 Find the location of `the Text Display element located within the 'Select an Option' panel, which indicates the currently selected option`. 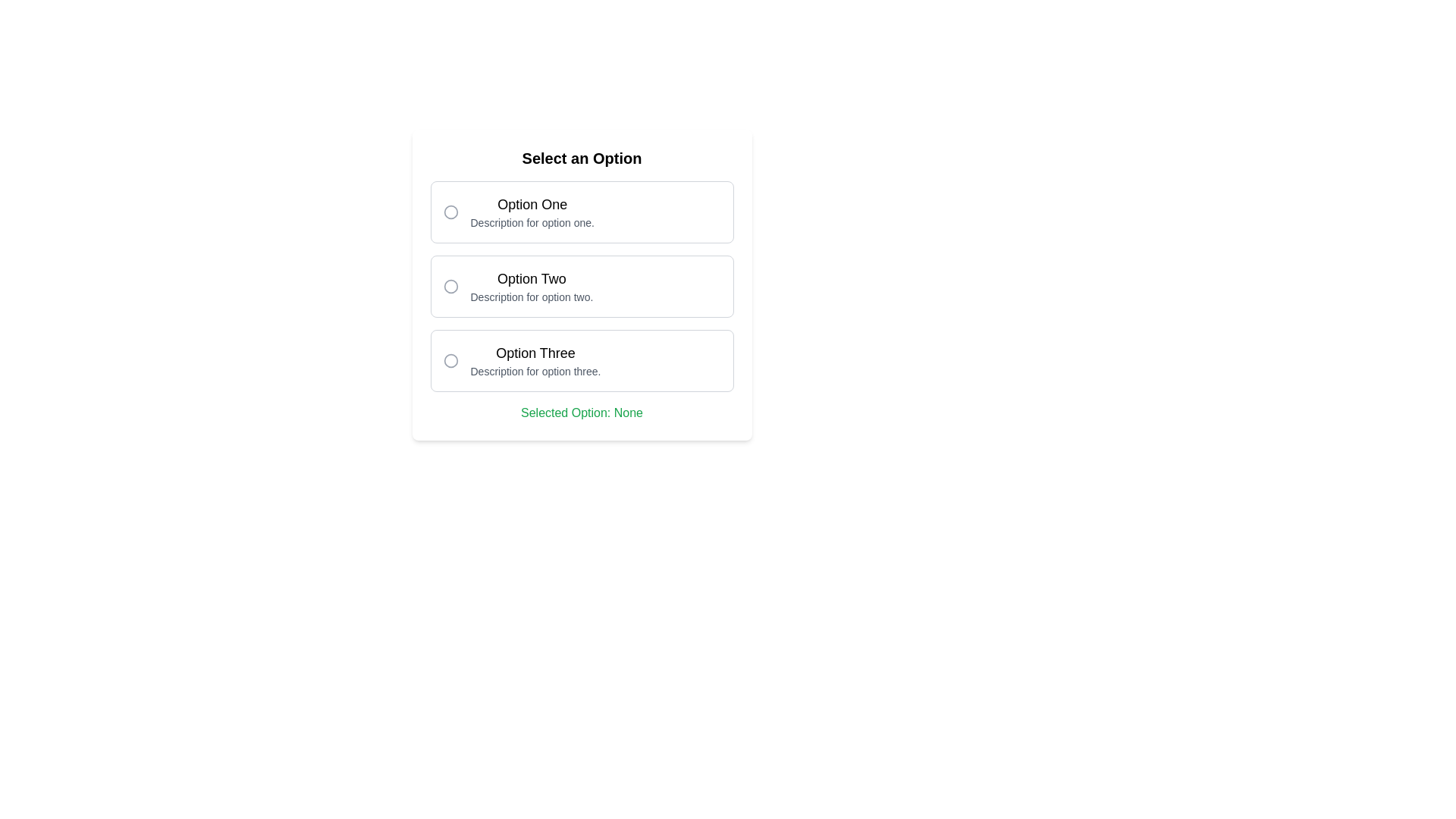

the Text Display element located within the 'Select an Option' panel, which indicates the currently selected option is located at coordinates (581, 413).